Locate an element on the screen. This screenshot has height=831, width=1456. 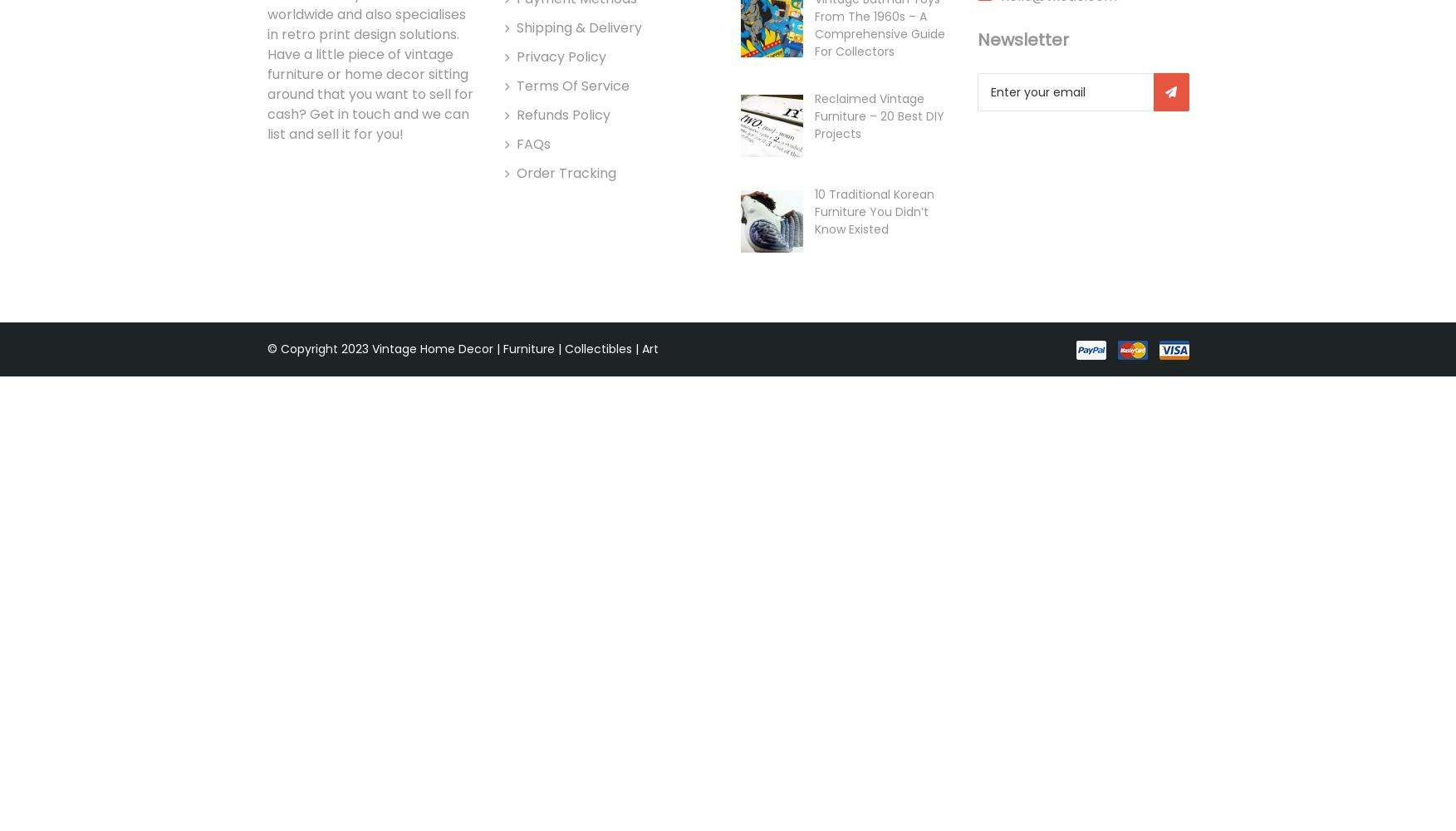
'© Copyright 2023' is located at coordinates (319, 349).